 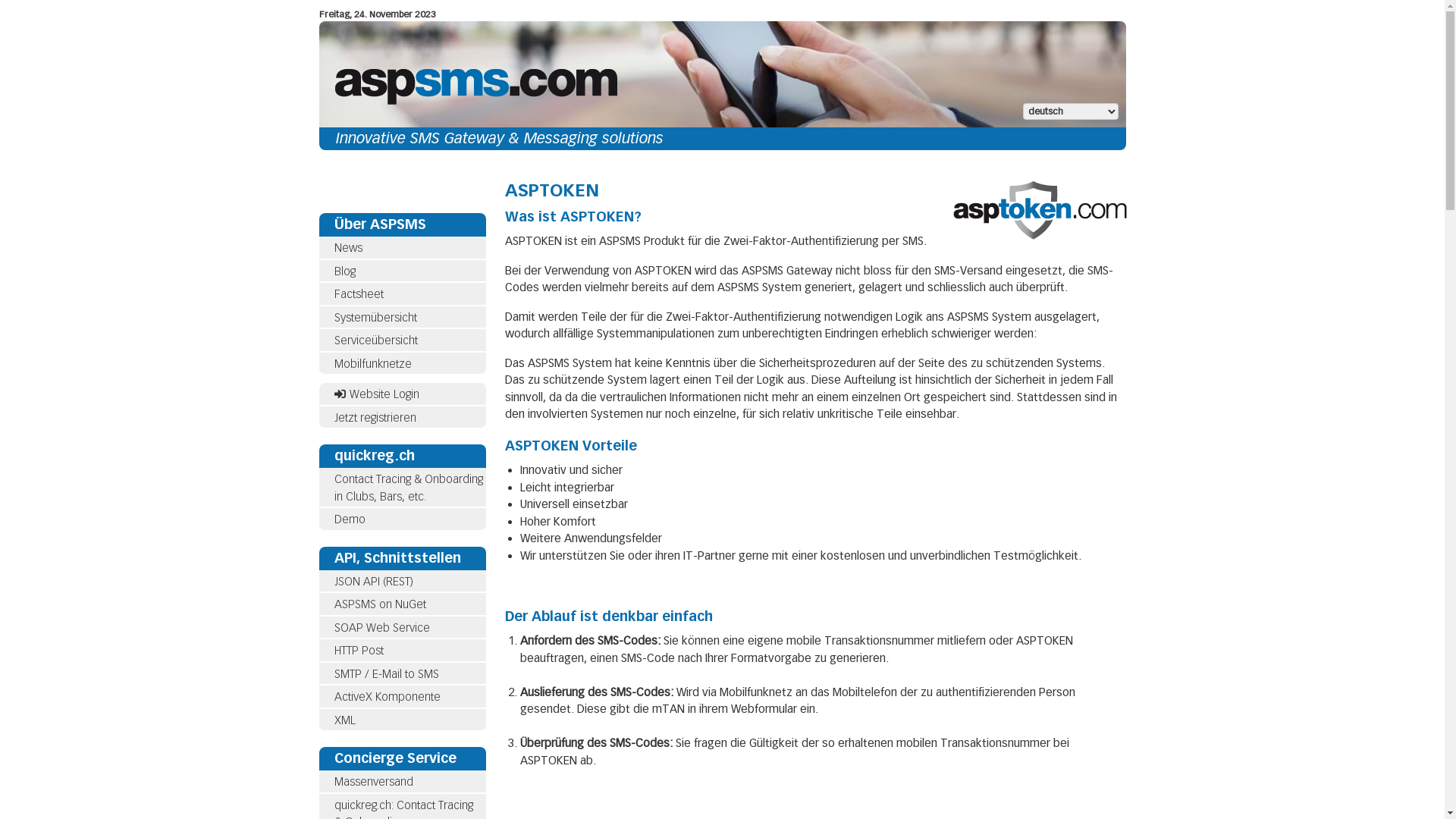 What do you see at coordinates (407, 488) in the screenshot?
I see `'Contact Tracing & Onboarding` at bounding box center [407, 488].